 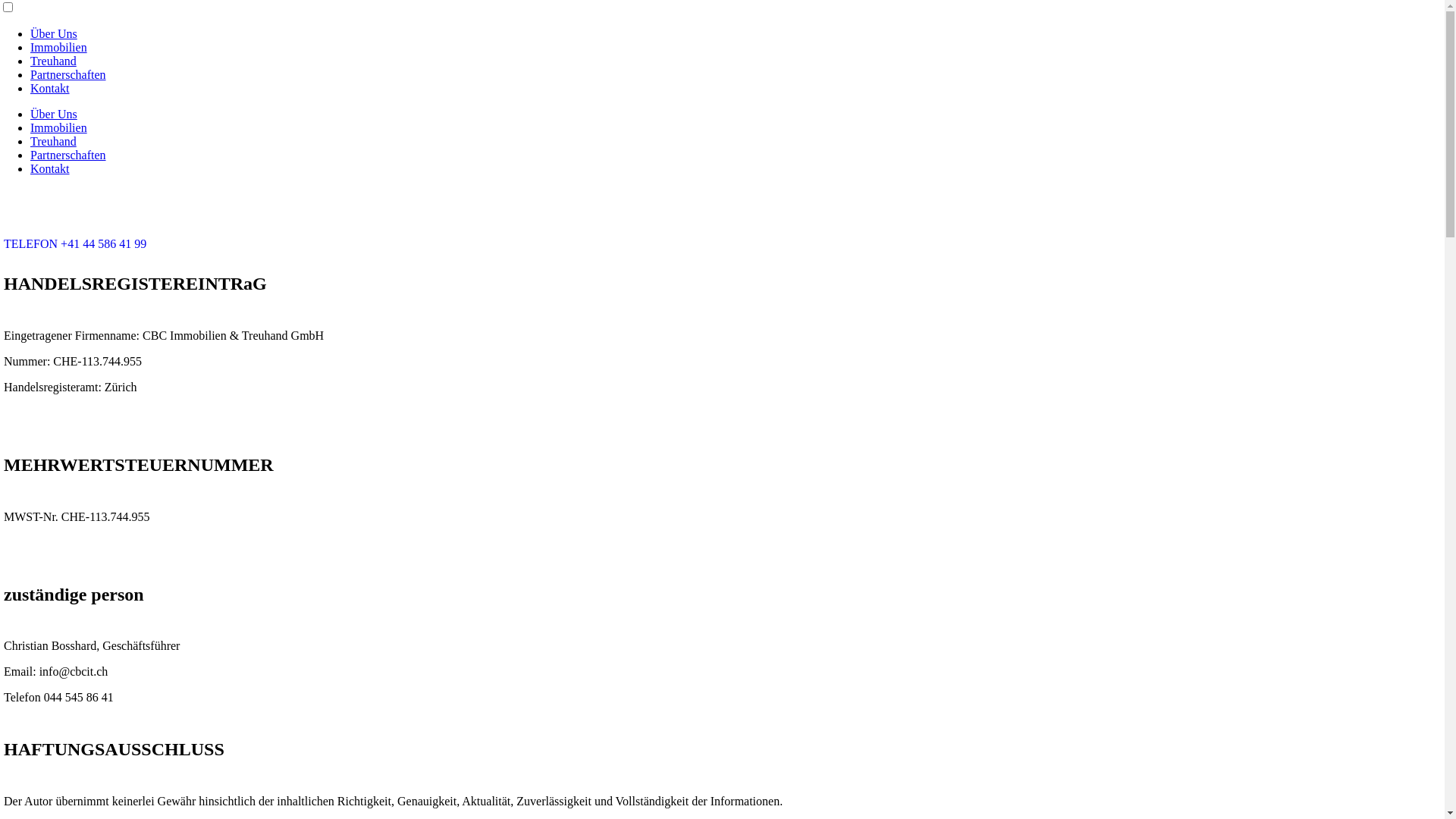 I want to click on 'Kontakt', so click(x=50, y=168).